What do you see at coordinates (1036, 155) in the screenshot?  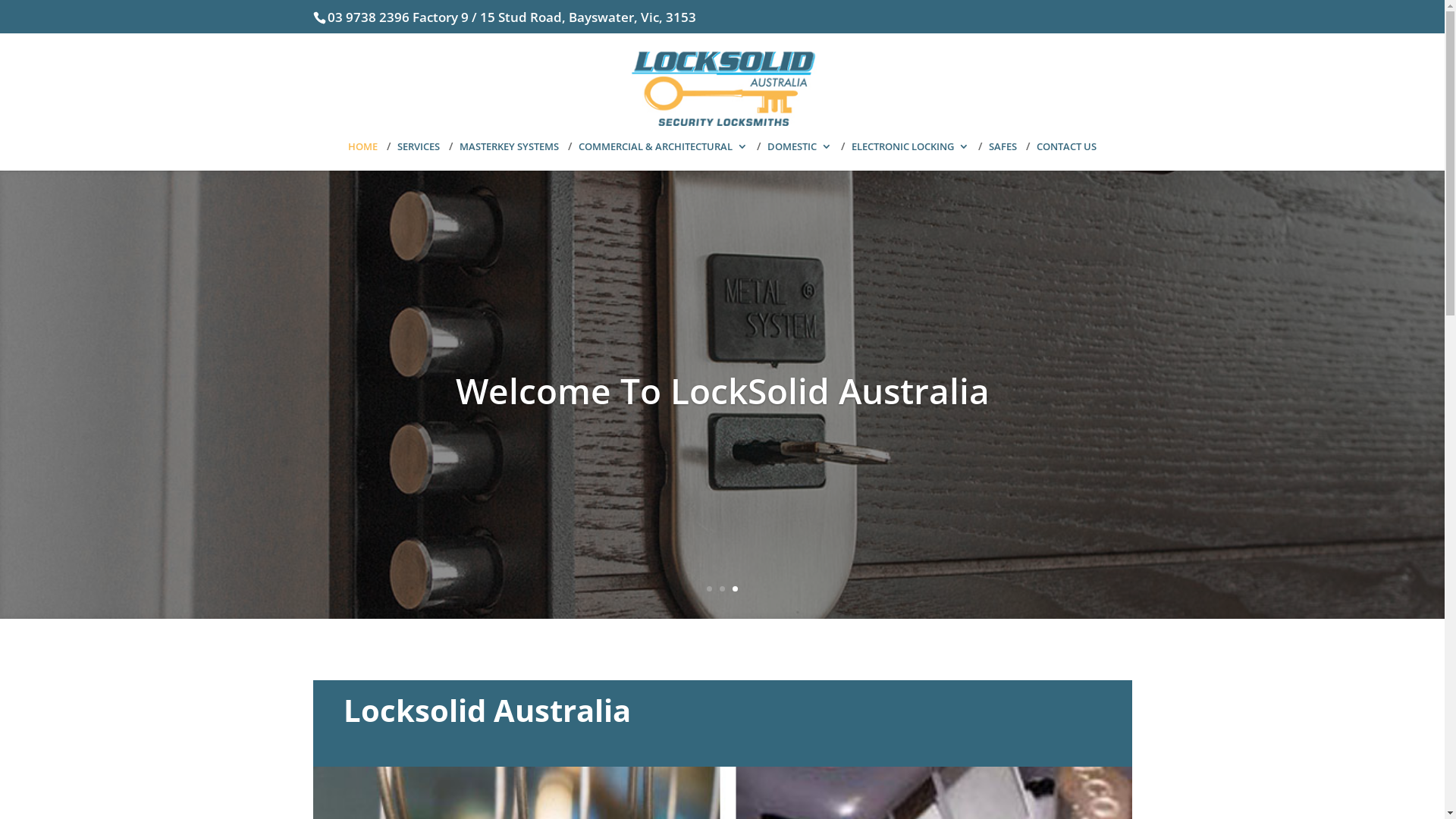 I see `'CONTACT US'` at bounding box center [1036, 155].